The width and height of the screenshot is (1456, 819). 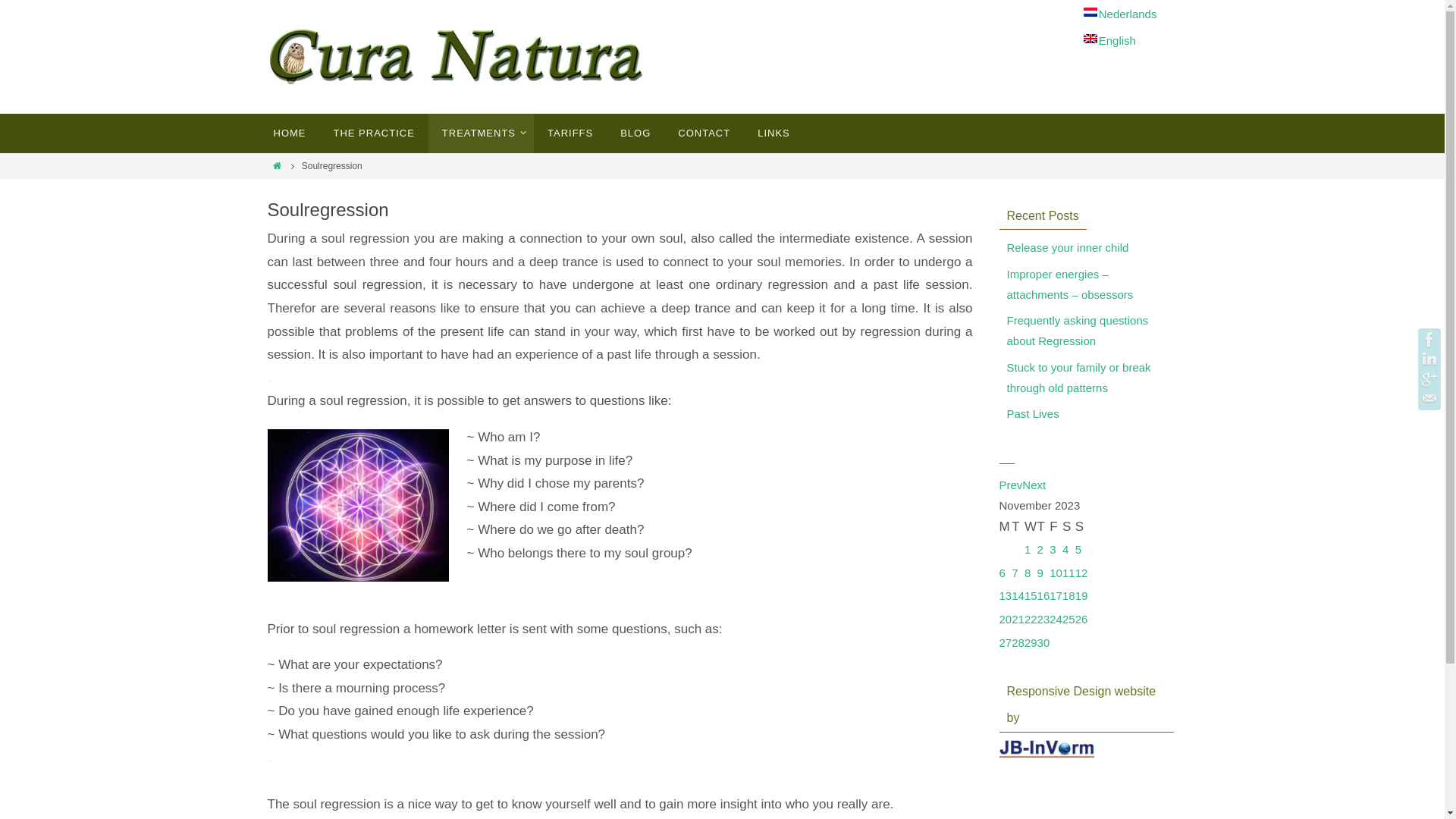 I want to click on 'THE PRACTICE', so click(x=374, y=133).